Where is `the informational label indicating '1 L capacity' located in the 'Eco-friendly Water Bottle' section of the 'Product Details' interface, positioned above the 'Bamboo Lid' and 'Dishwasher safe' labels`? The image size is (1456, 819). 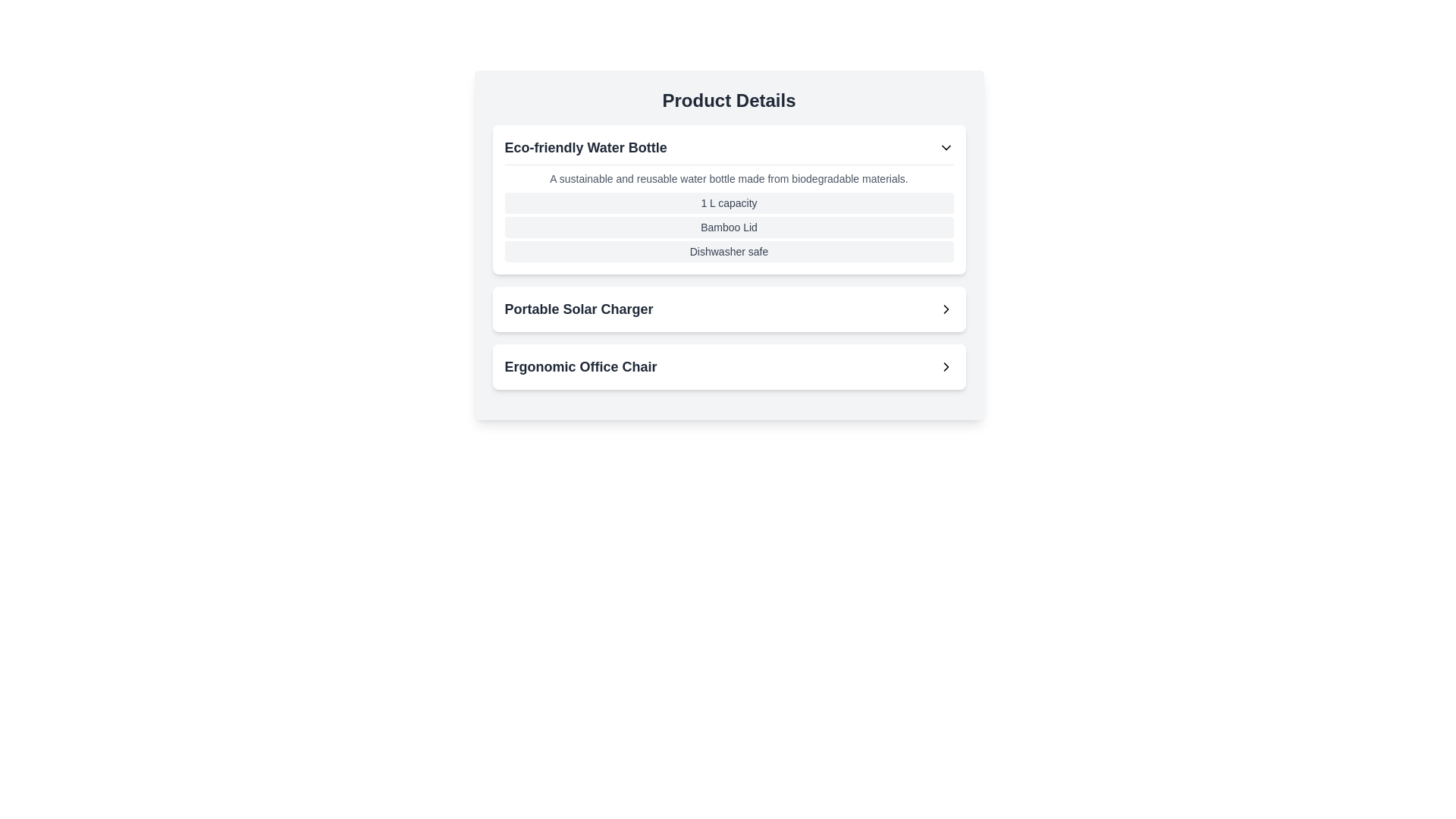
the informational label indicating '1 L capacity' located in the 'Eco-friendly Water Bottle' section of the 'Product Details' interface, positioned above the 'Bamboo Lid' and 'Dishwasher safe' labels is located at coordinates (729, 202).